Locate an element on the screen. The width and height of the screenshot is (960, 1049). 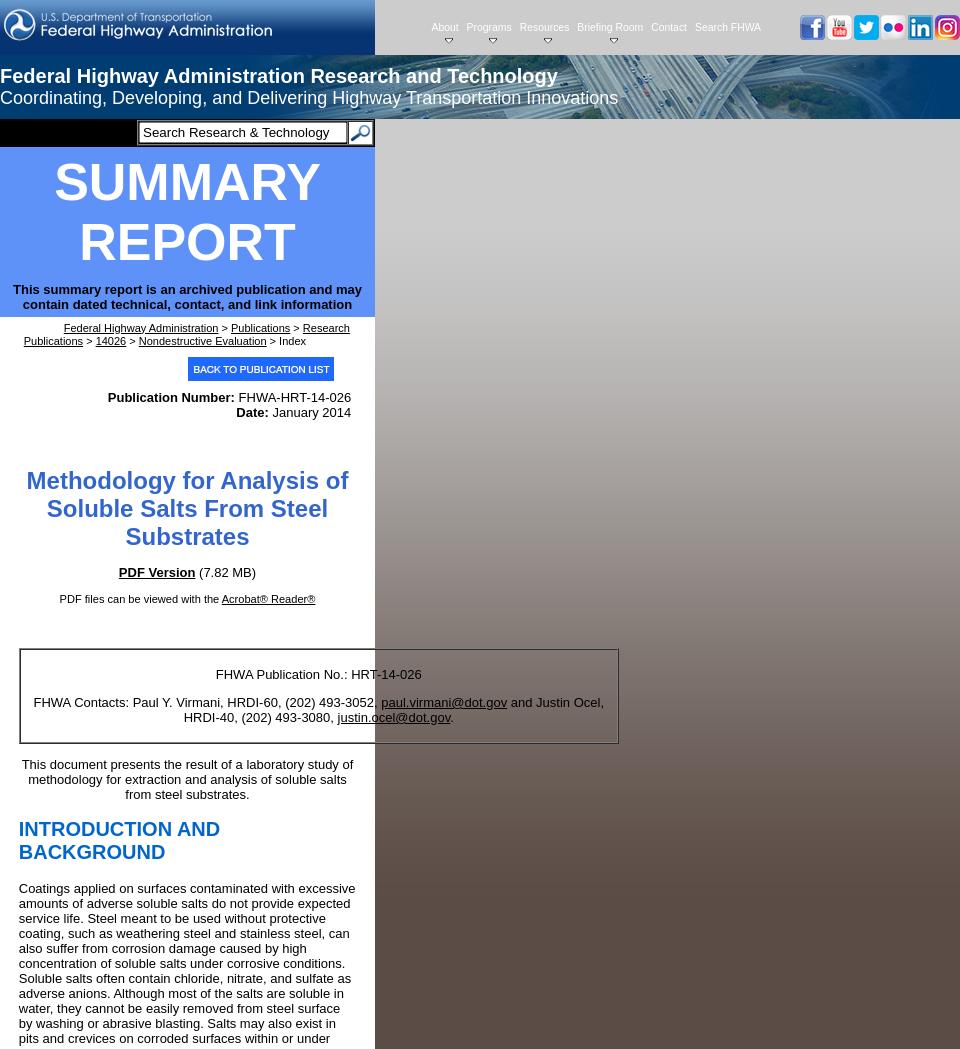
'SUMMARY REPORT' is located at coordinates (187, 210).